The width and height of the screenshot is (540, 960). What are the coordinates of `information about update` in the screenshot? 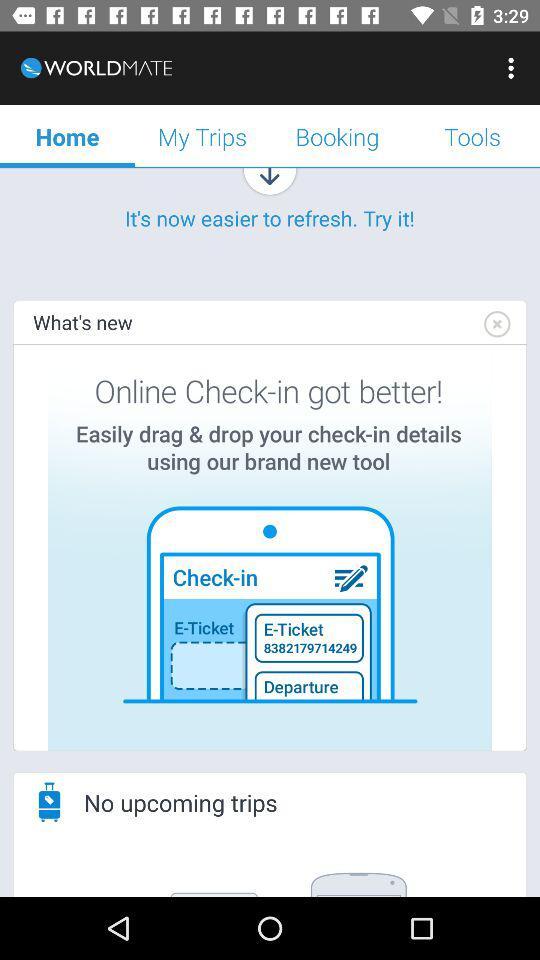 It's located at (270, 547).